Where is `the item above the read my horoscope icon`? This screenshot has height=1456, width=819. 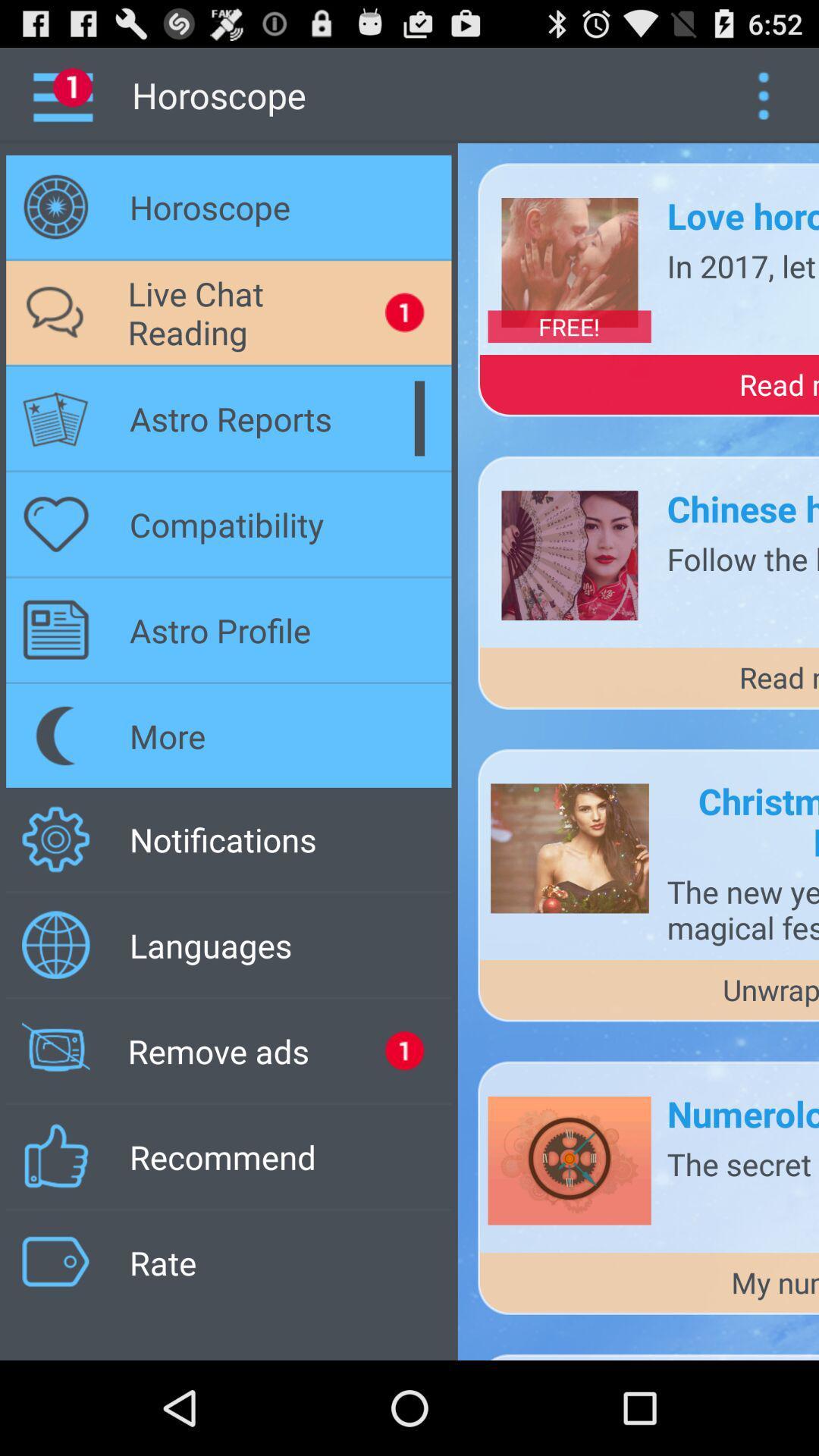 the item above the read my horoscope icon is located at coordinates (742, 265).